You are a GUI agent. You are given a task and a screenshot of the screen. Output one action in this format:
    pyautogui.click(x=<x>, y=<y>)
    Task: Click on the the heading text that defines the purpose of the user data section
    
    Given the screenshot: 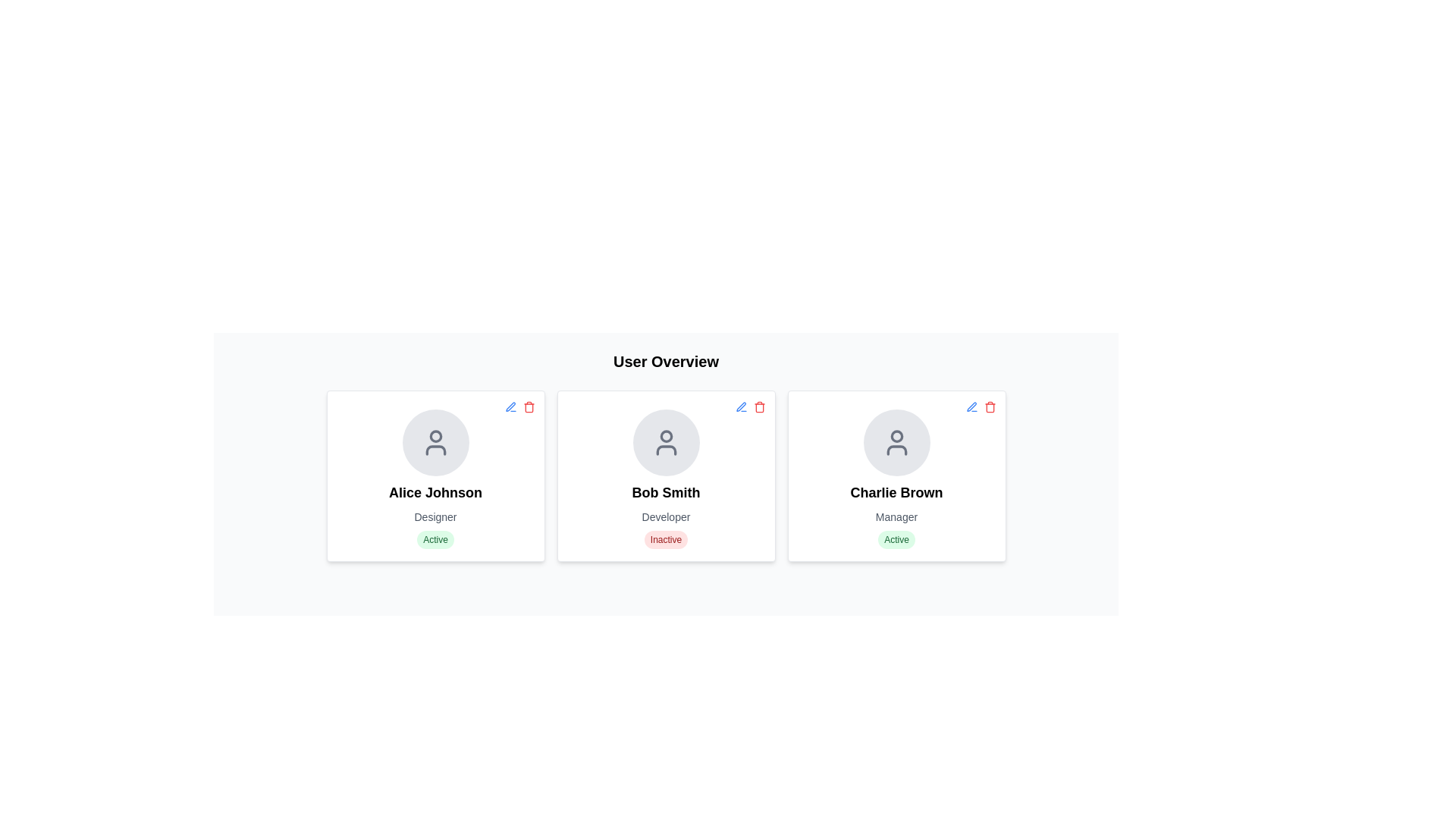 What is the action you would take?
    pyautogui.click(x=666, y=362)
    